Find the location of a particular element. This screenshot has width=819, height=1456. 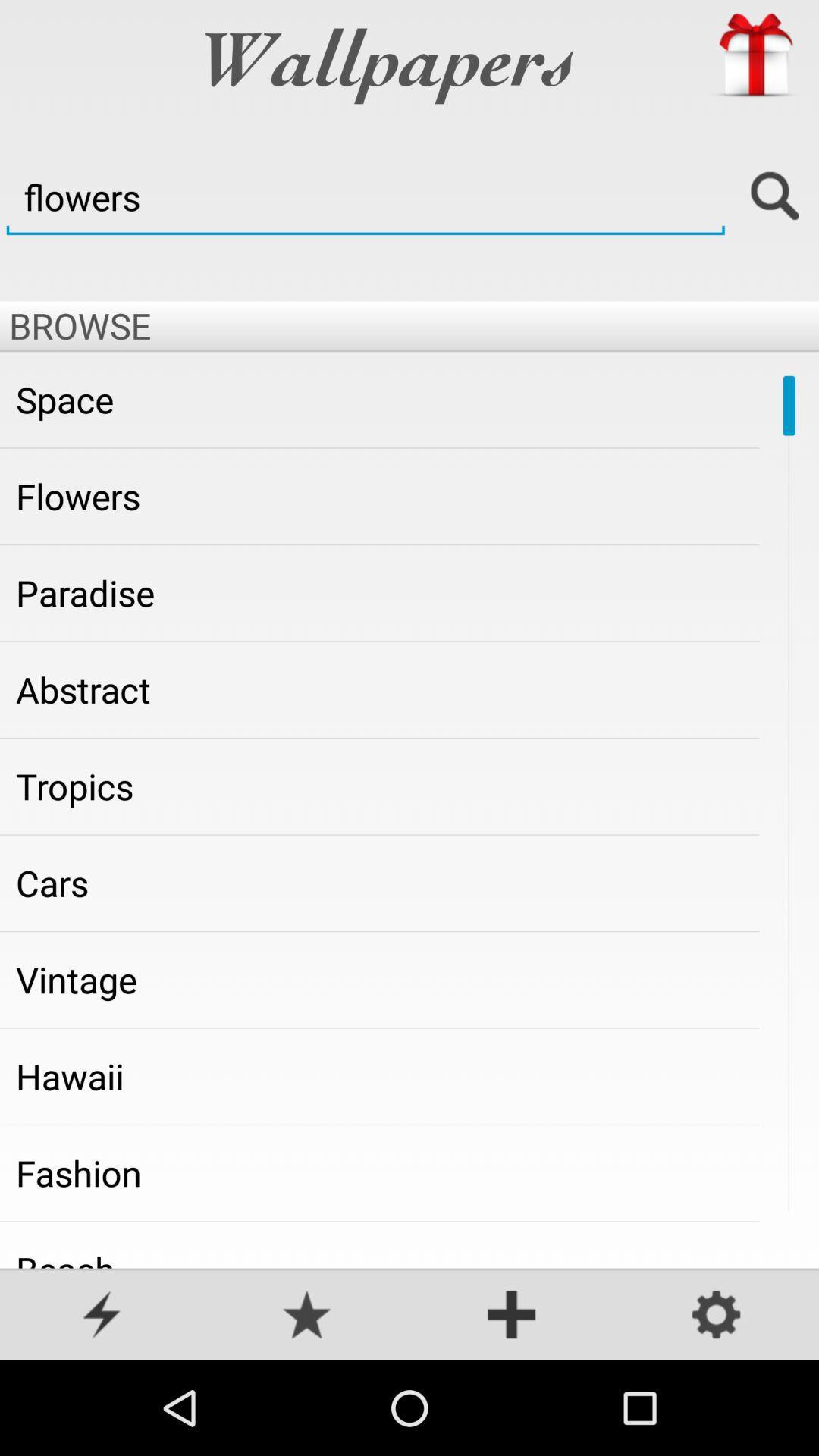

button is located at coordinates (512, 1316).